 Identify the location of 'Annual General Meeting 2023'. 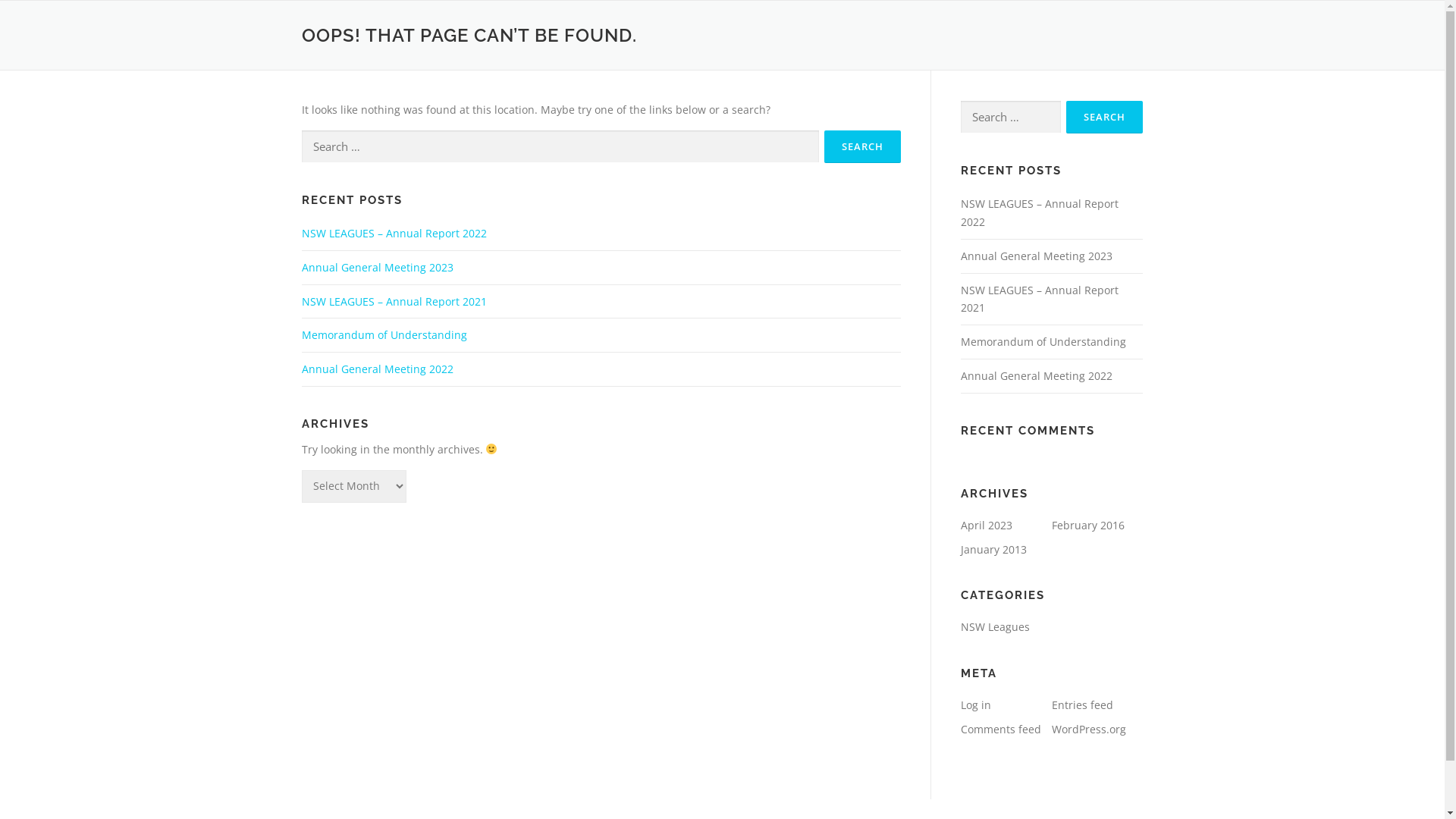
(959, 255).